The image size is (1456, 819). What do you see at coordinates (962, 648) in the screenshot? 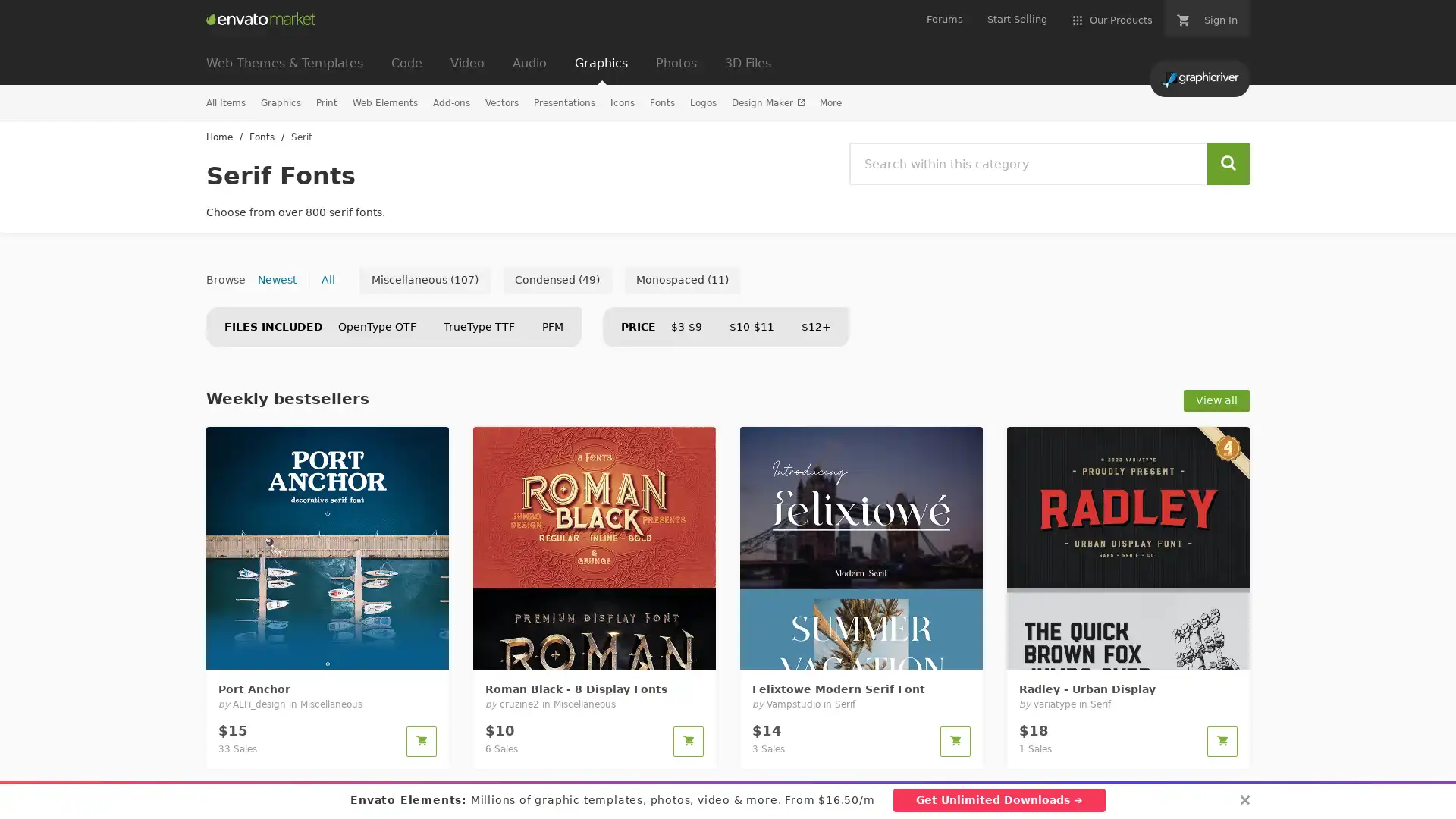
I see `Add to Favorites` at bounding box center [962, 648].